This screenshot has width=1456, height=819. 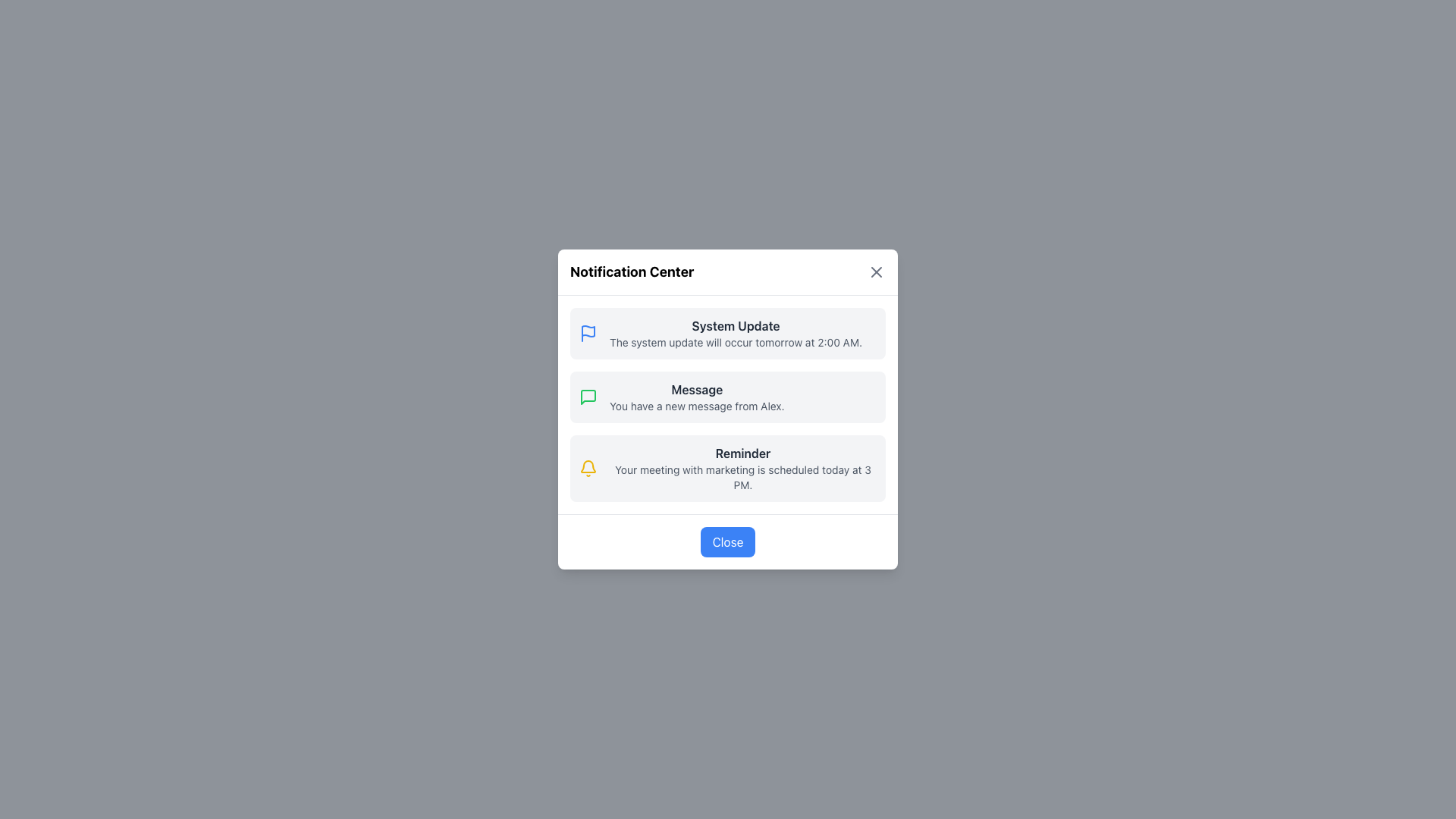 I want to click on the notification element titled 'Reminder' that contains the description 'Your meeting with marketing is scheduled today at 3 PM.', so click(x=742, y=467).